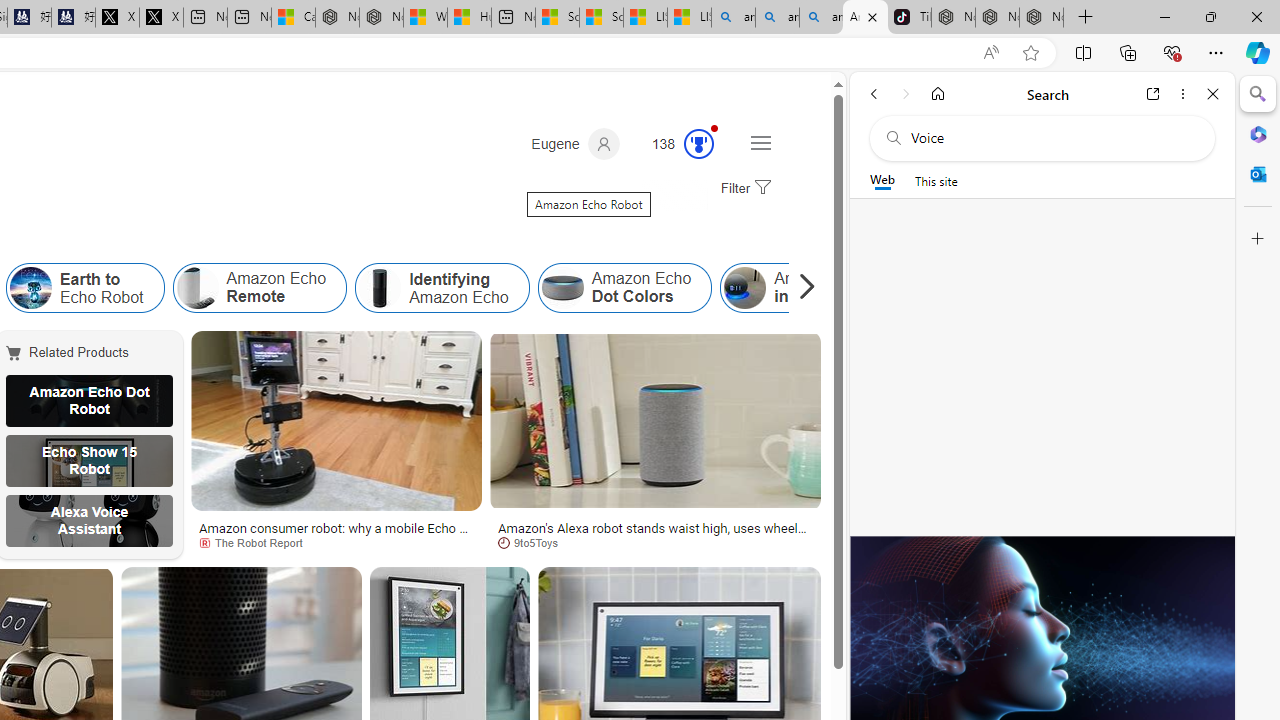 The height and width of the screenshot is (720, 1280). Describe the element at coordinates (952, 17) in the screenshot. I see `'Nordace - Best Sellers'` at that location.